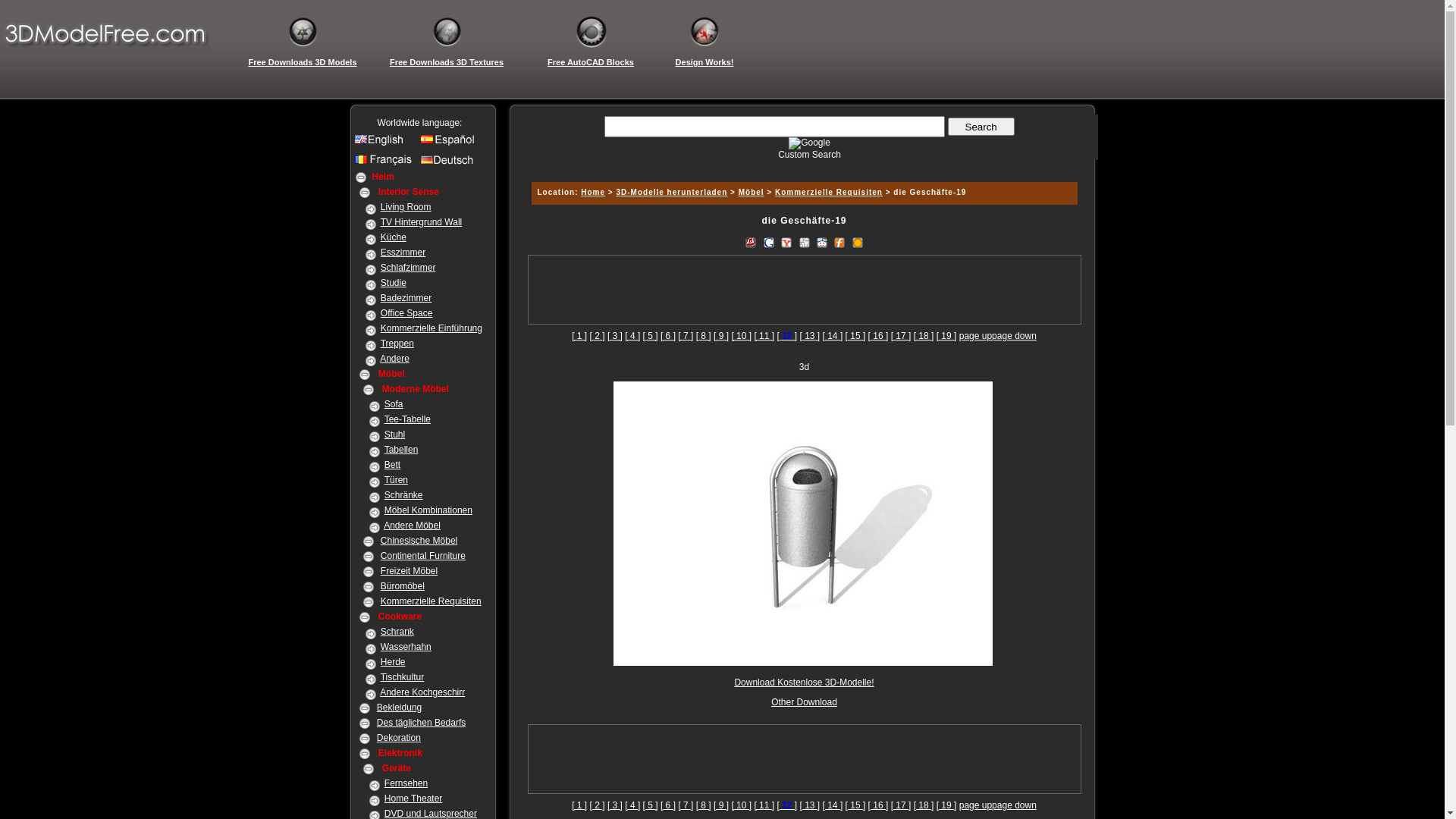 This screenshot has width=1456, height=819. What do you see at coordinates (392, 464) in the screenshot?
I see `'Bett'` at bounding box center [392, 464].